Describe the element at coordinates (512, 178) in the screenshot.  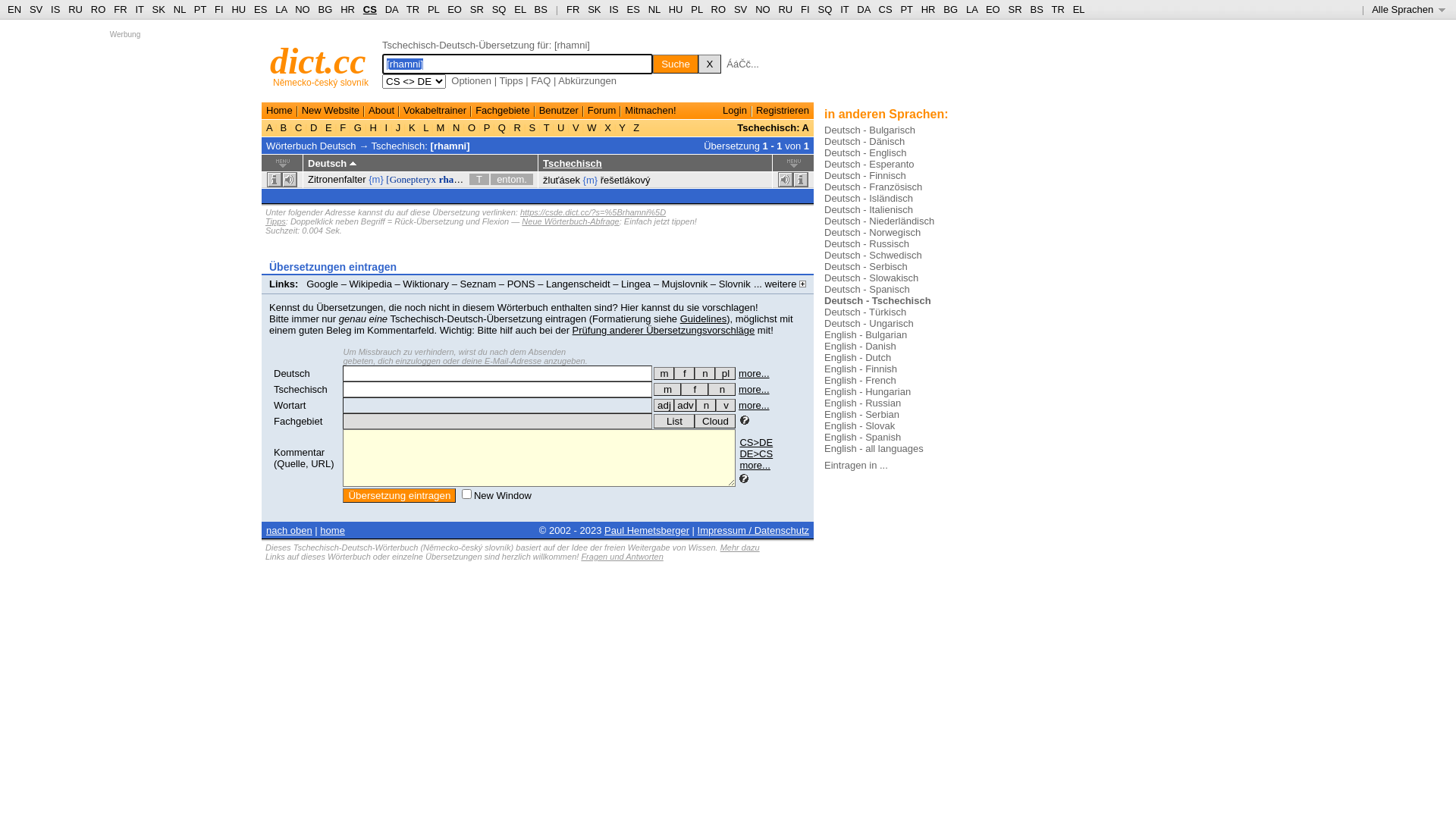
I see `'entom.'` at that location.